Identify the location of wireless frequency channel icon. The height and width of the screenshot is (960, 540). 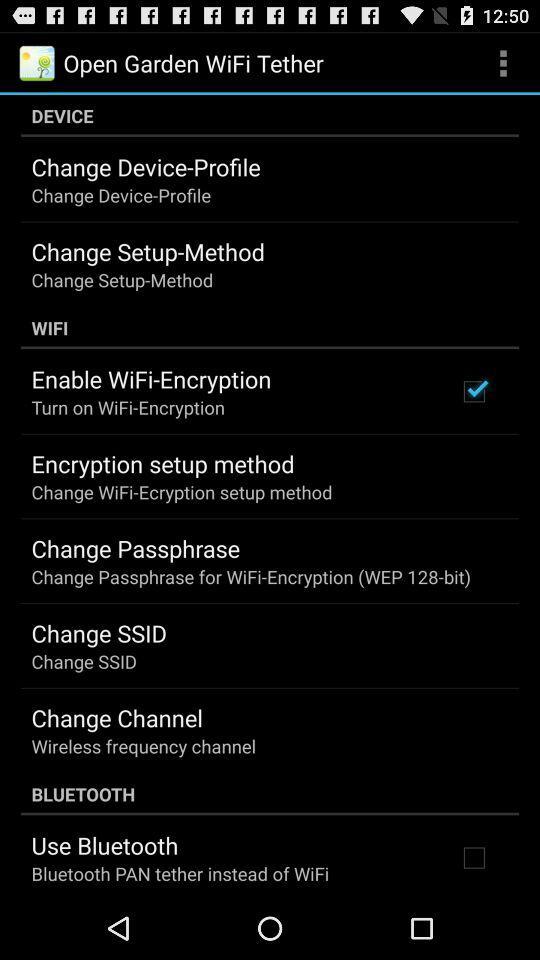
(142, 745).